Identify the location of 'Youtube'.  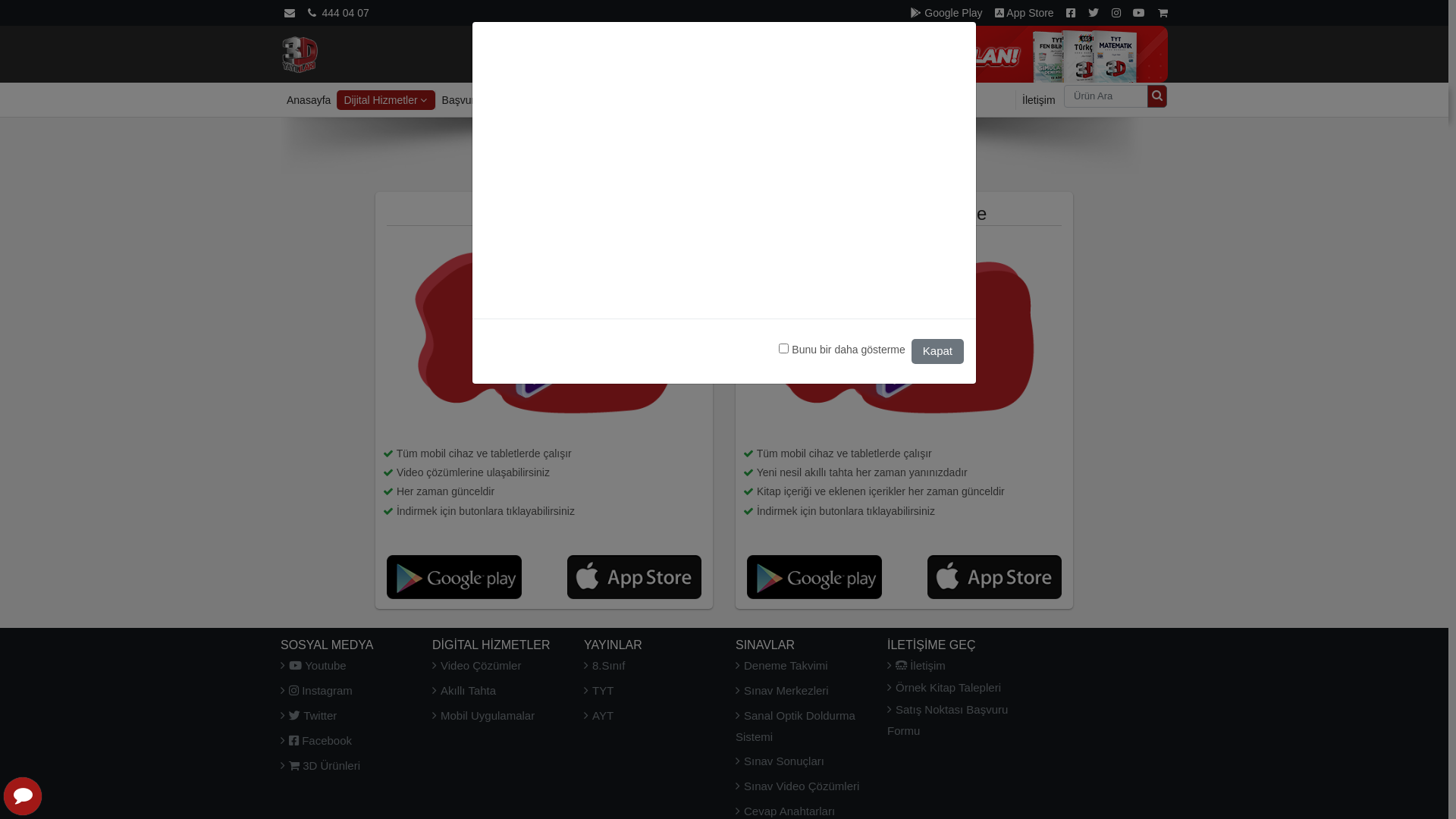
(312, 664).